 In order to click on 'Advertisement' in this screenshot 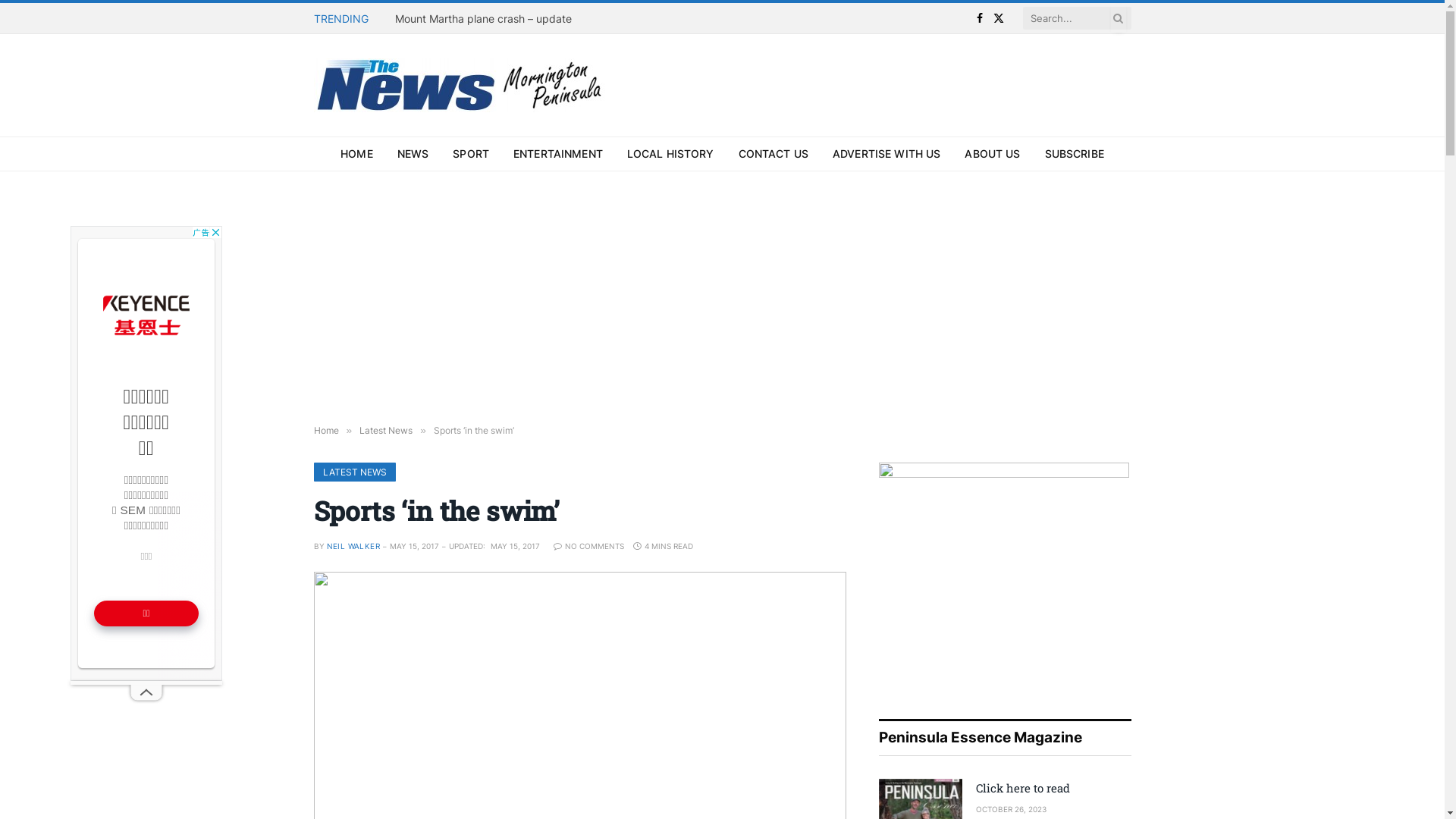, I will do `click(146, 452)`.